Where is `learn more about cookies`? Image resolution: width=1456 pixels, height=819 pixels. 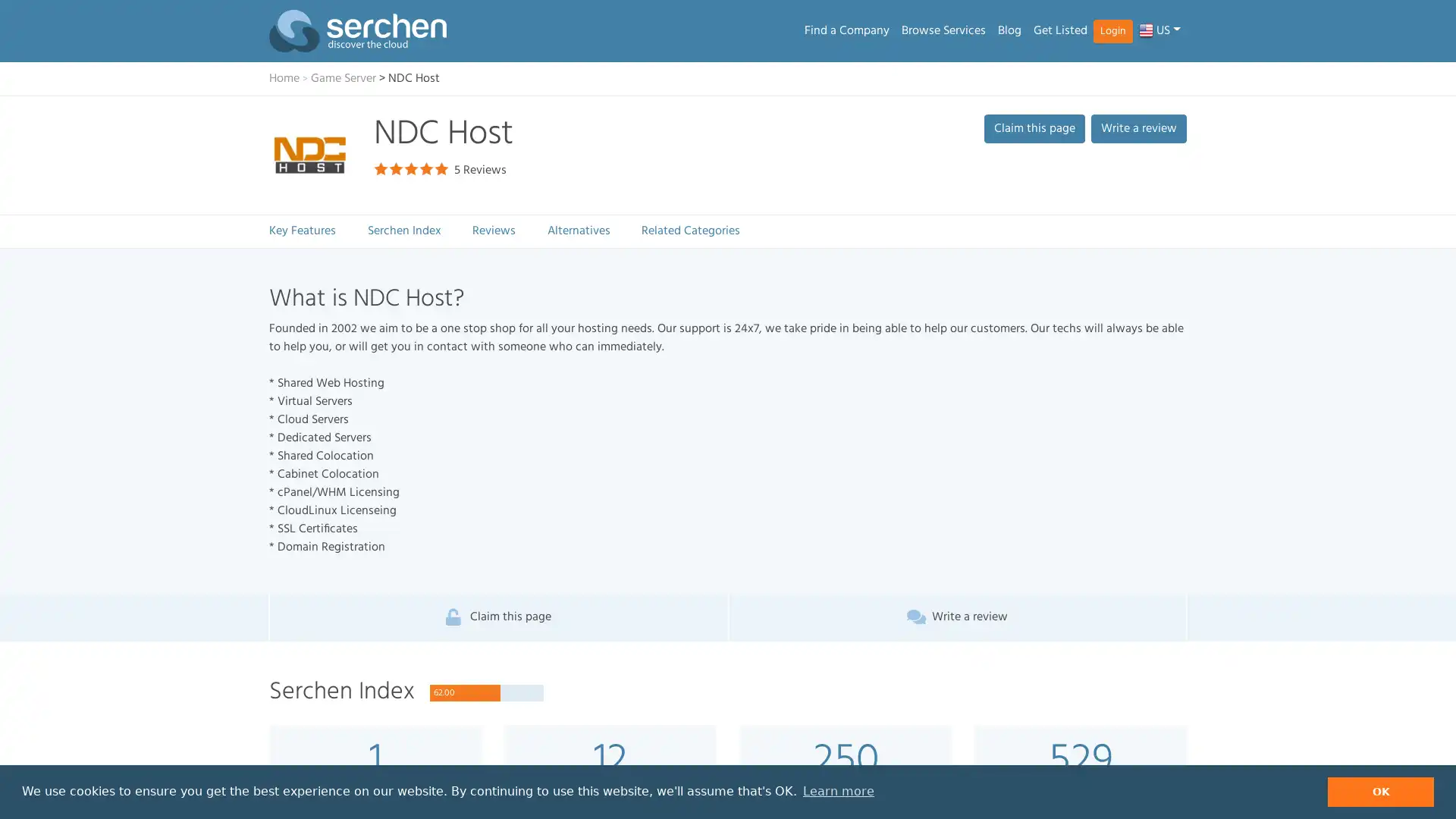 learn more about cookies is located at coordinates (837, 791).